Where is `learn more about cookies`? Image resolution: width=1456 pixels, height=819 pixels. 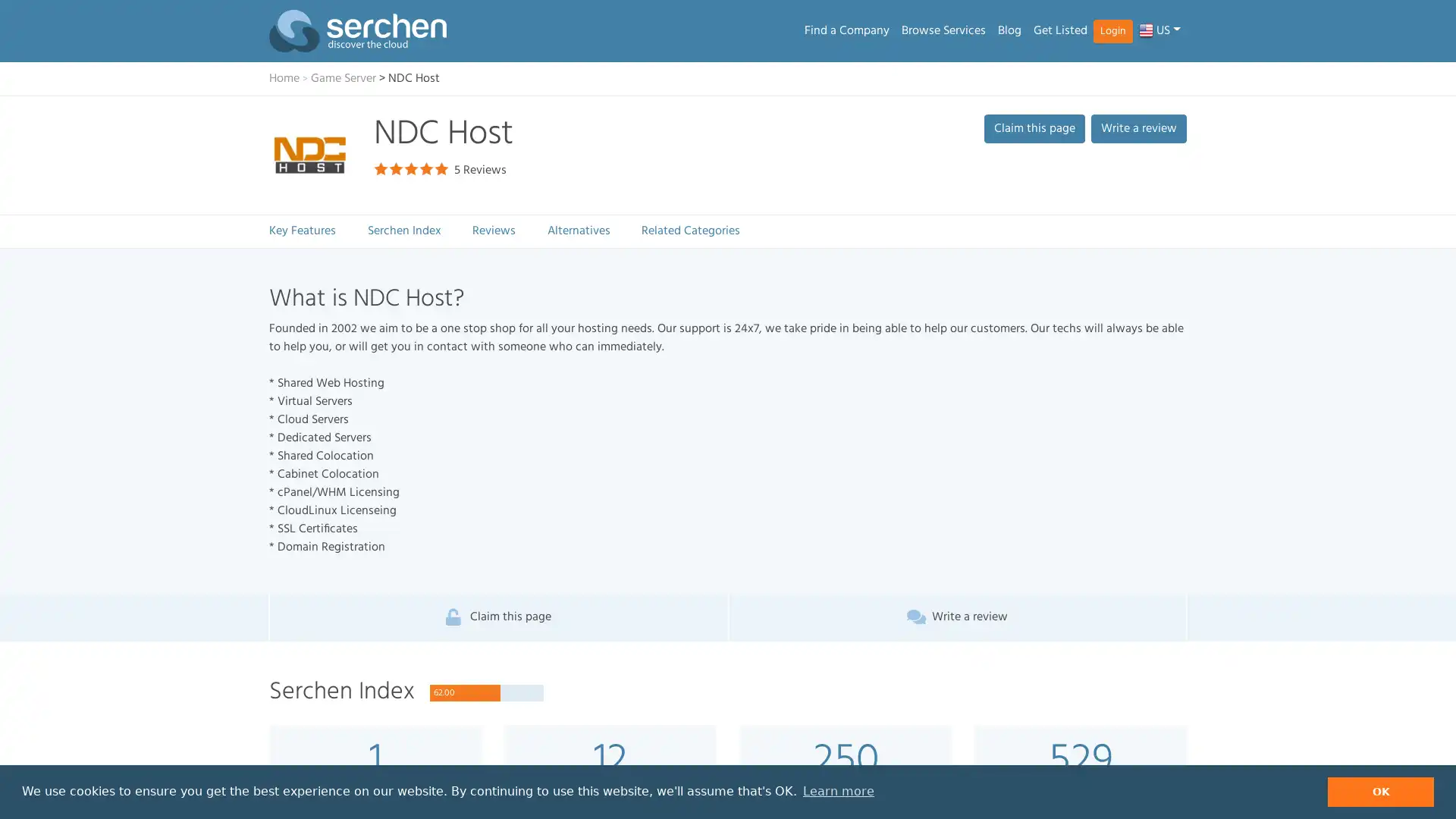 learn more about cookies is located at coordinates (837, 791).